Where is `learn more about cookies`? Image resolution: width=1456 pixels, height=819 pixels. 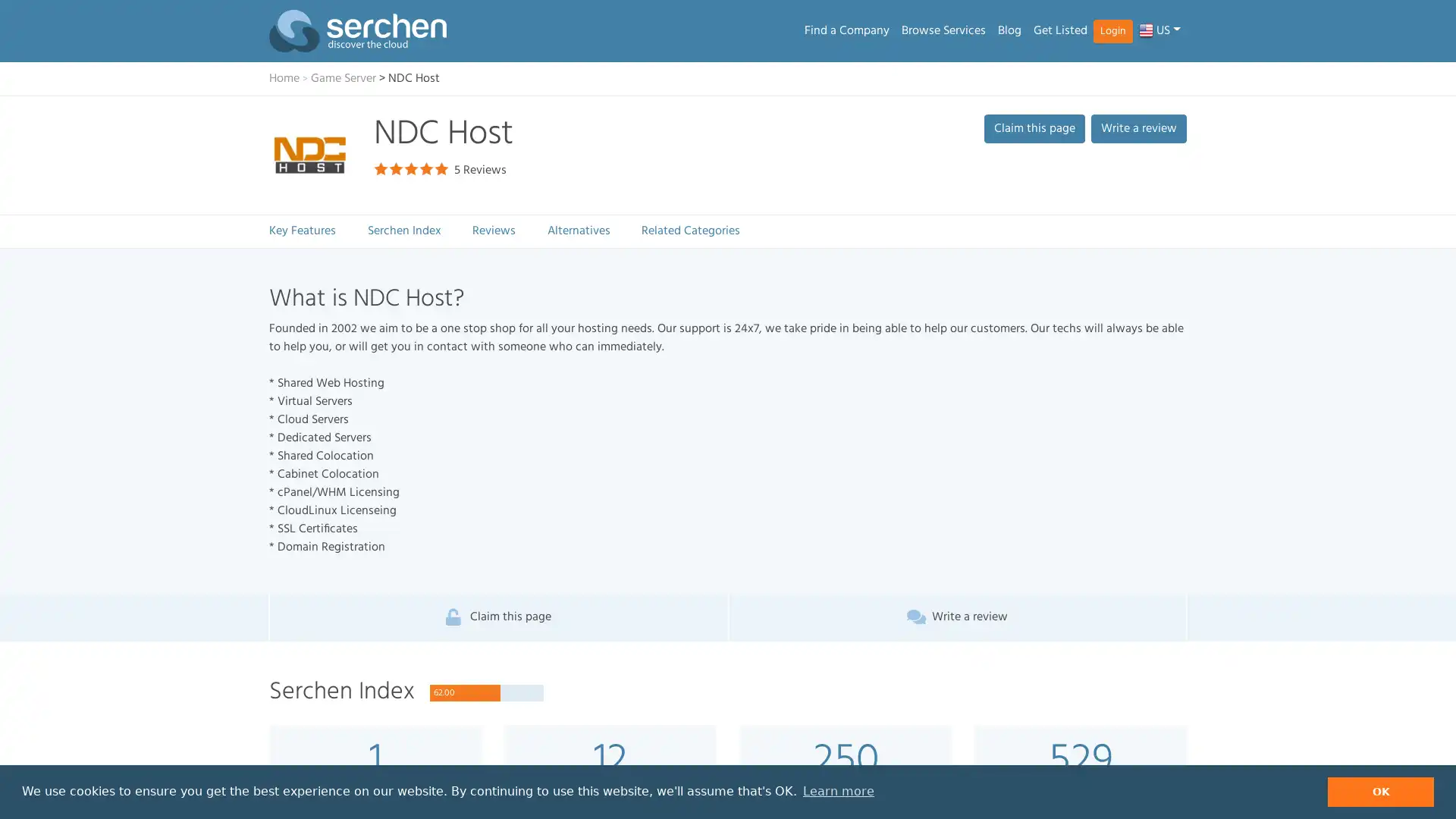 learn more about cookies is located at coordinates (837, 791).